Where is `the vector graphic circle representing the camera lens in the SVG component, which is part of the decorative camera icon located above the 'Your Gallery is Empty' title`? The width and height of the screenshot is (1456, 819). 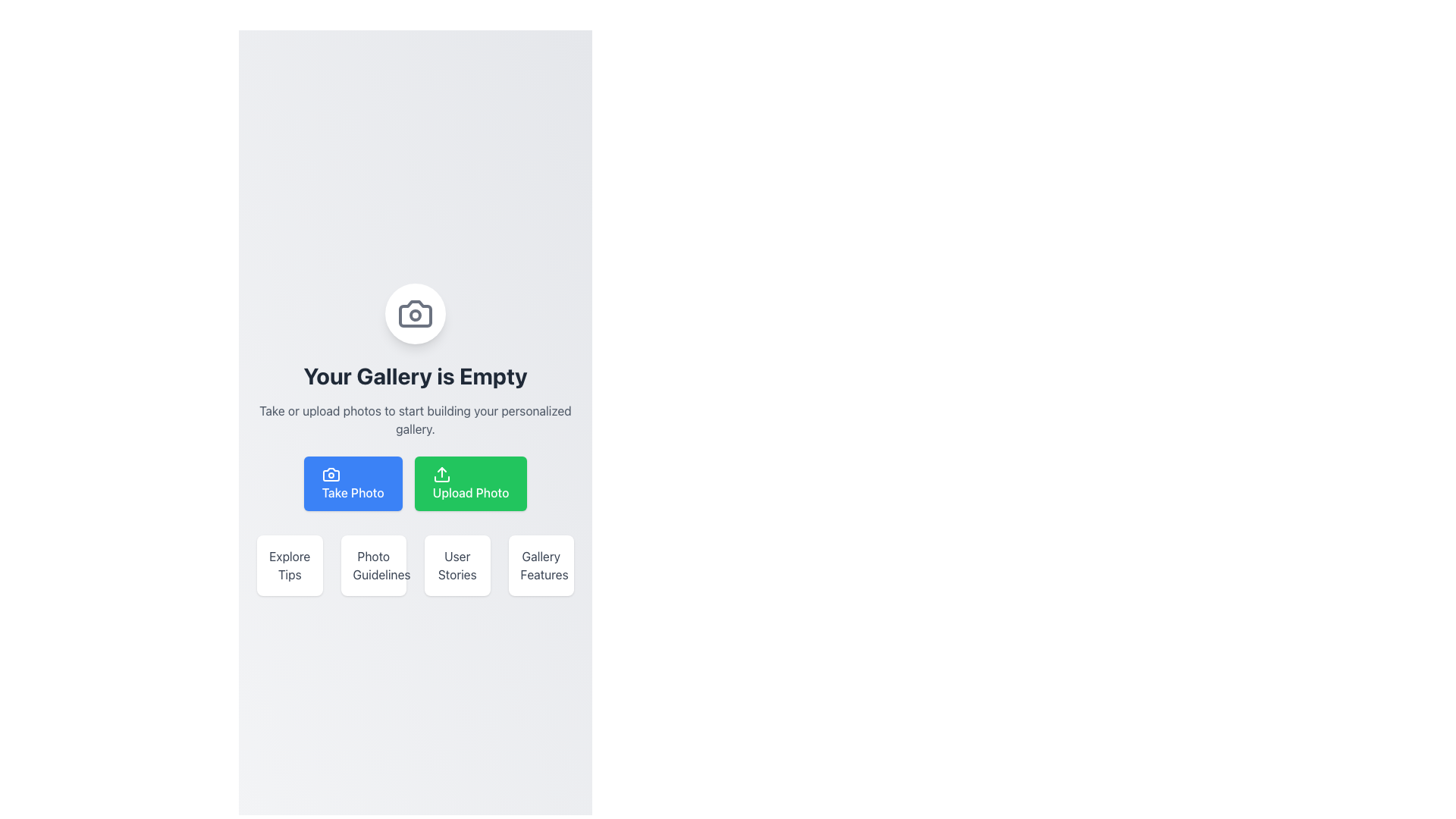 the vector graphic circle representing the camera lens in the SVG component, which is part of the decorative camera icon located above the 'Your Gallery is Empty' title is located at coordinates (415, 315).